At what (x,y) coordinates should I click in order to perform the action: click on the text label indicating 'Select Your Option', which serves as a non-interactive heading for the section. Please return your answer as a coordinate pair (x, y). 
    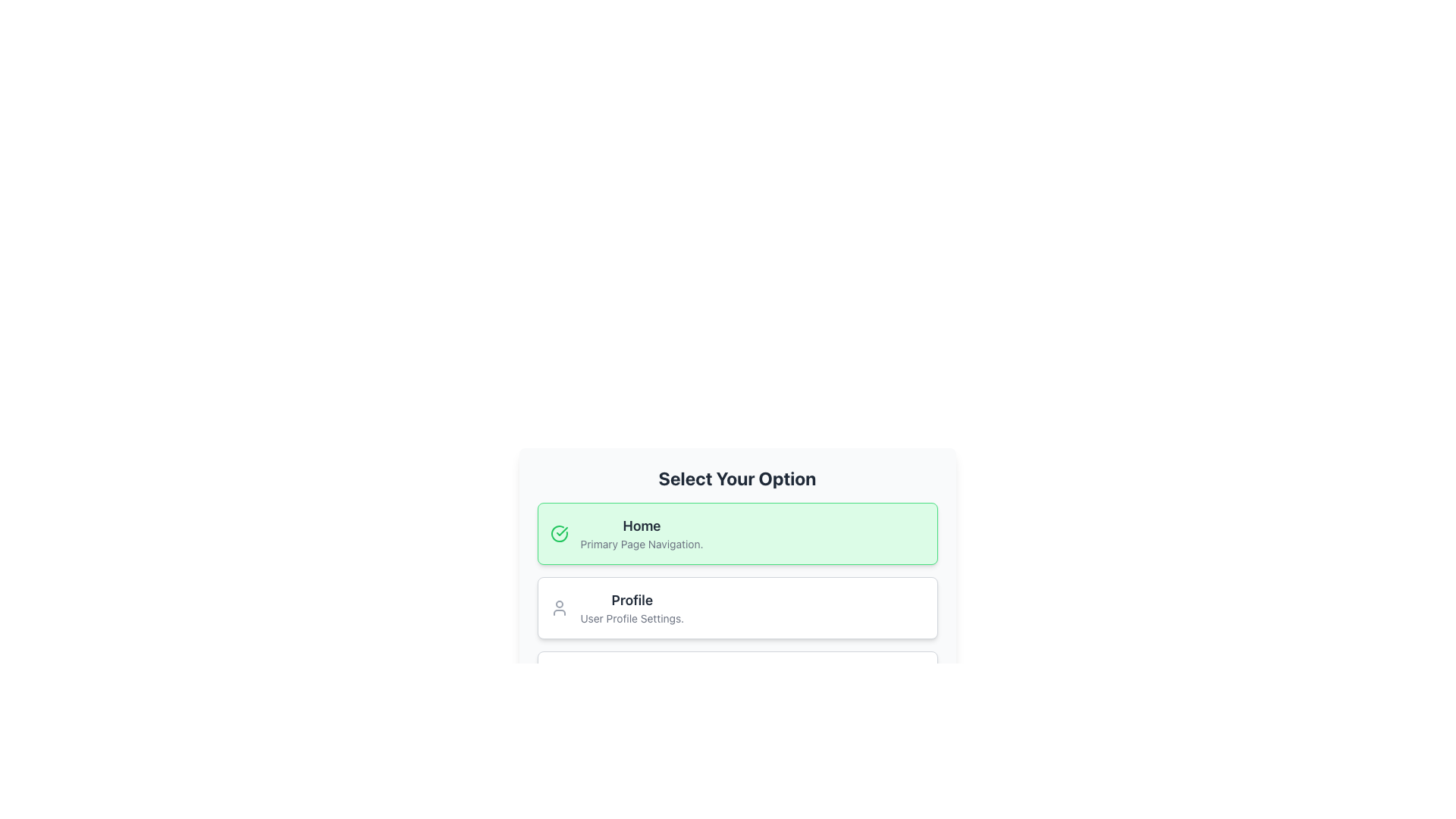
    Looking at the image, I should click on (642, 526).